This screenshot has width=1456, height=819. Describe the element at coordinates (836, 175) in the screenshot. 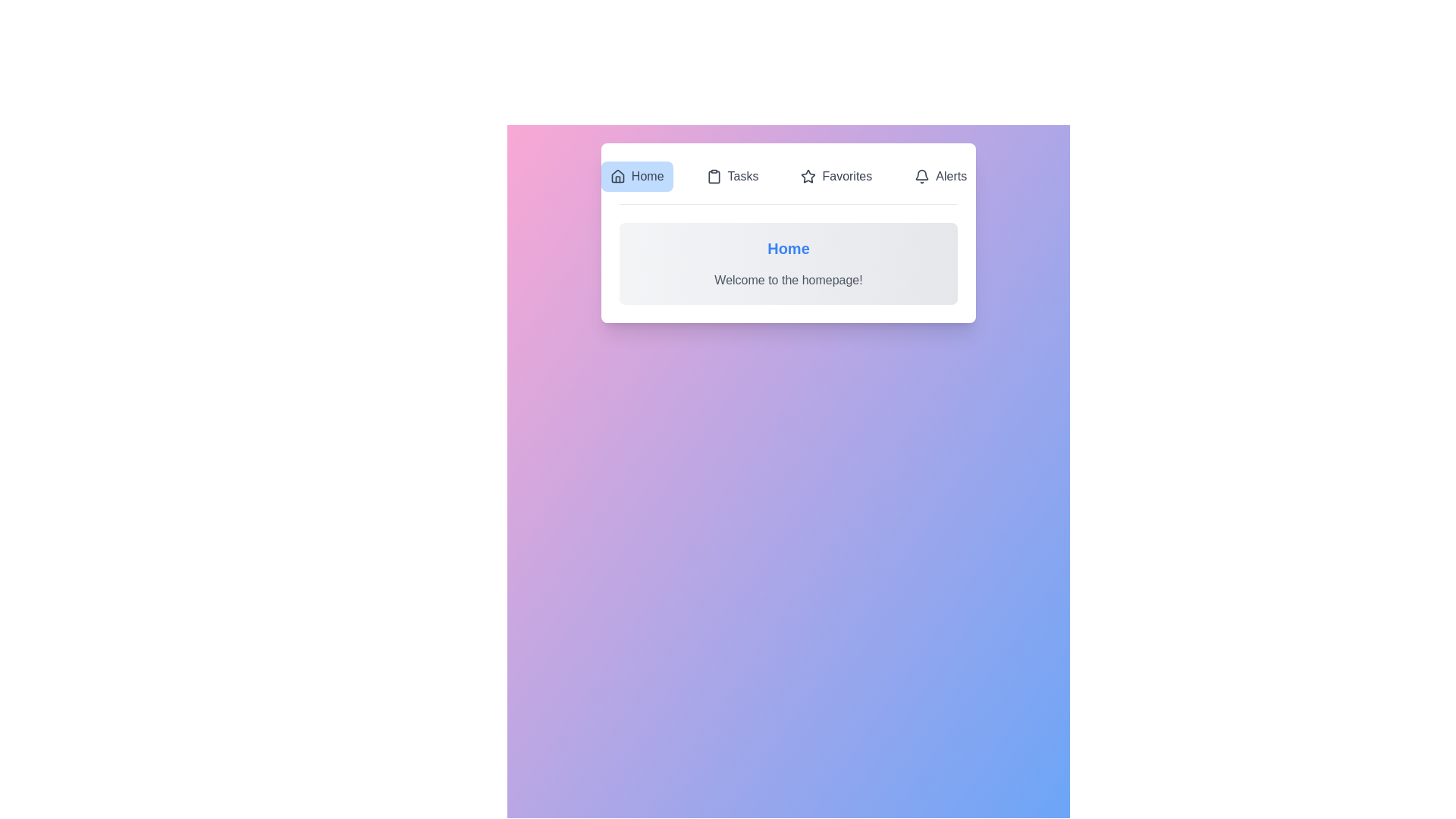

I see `the Favorites tab` at that location.